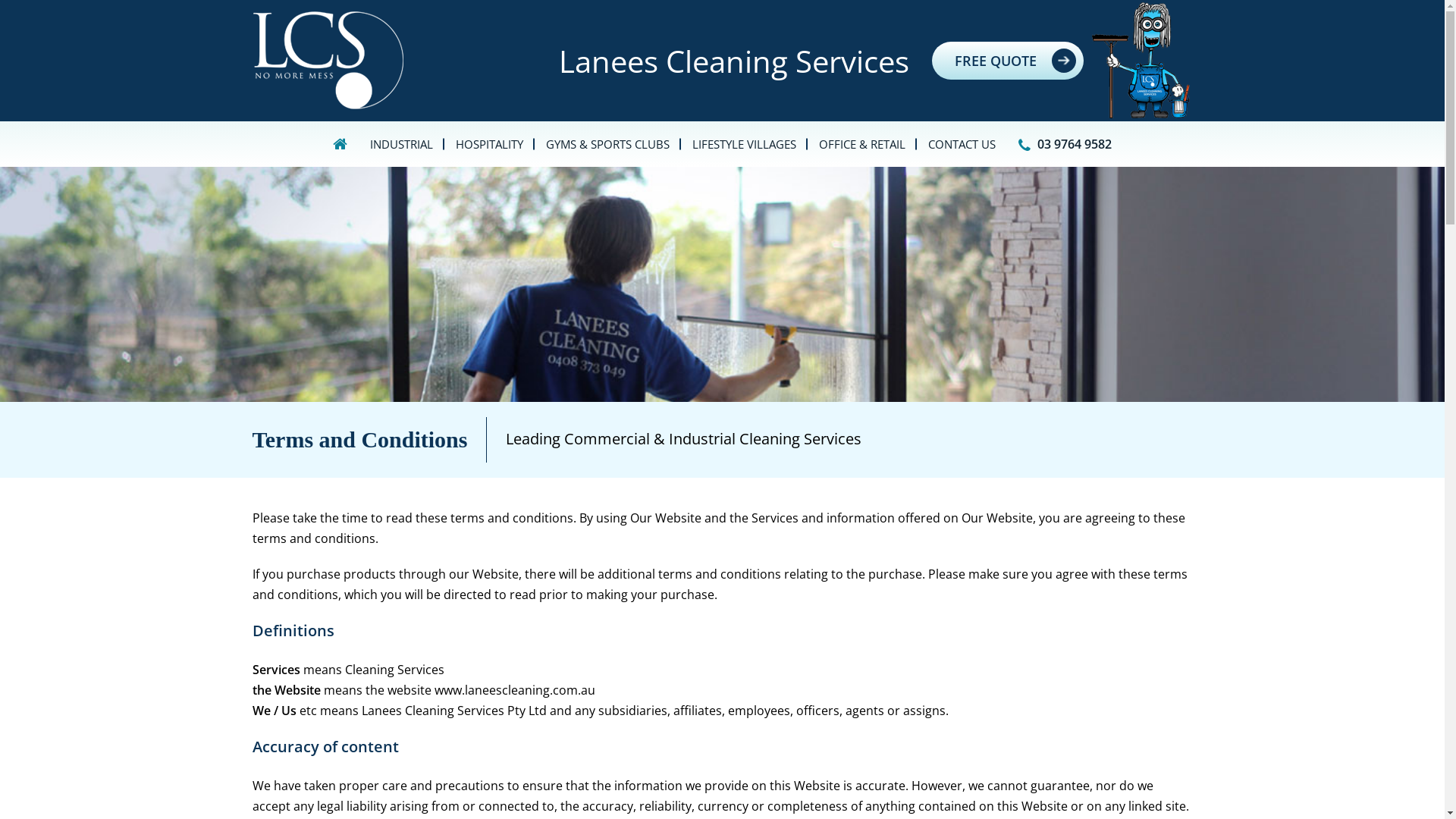 The height and width of the screenshot is (819, 1456). What do you see at coordinates (862, 143) in the screenshot?
I see `'OFFICE & RETAIL'` at bounding box center [862, 143].